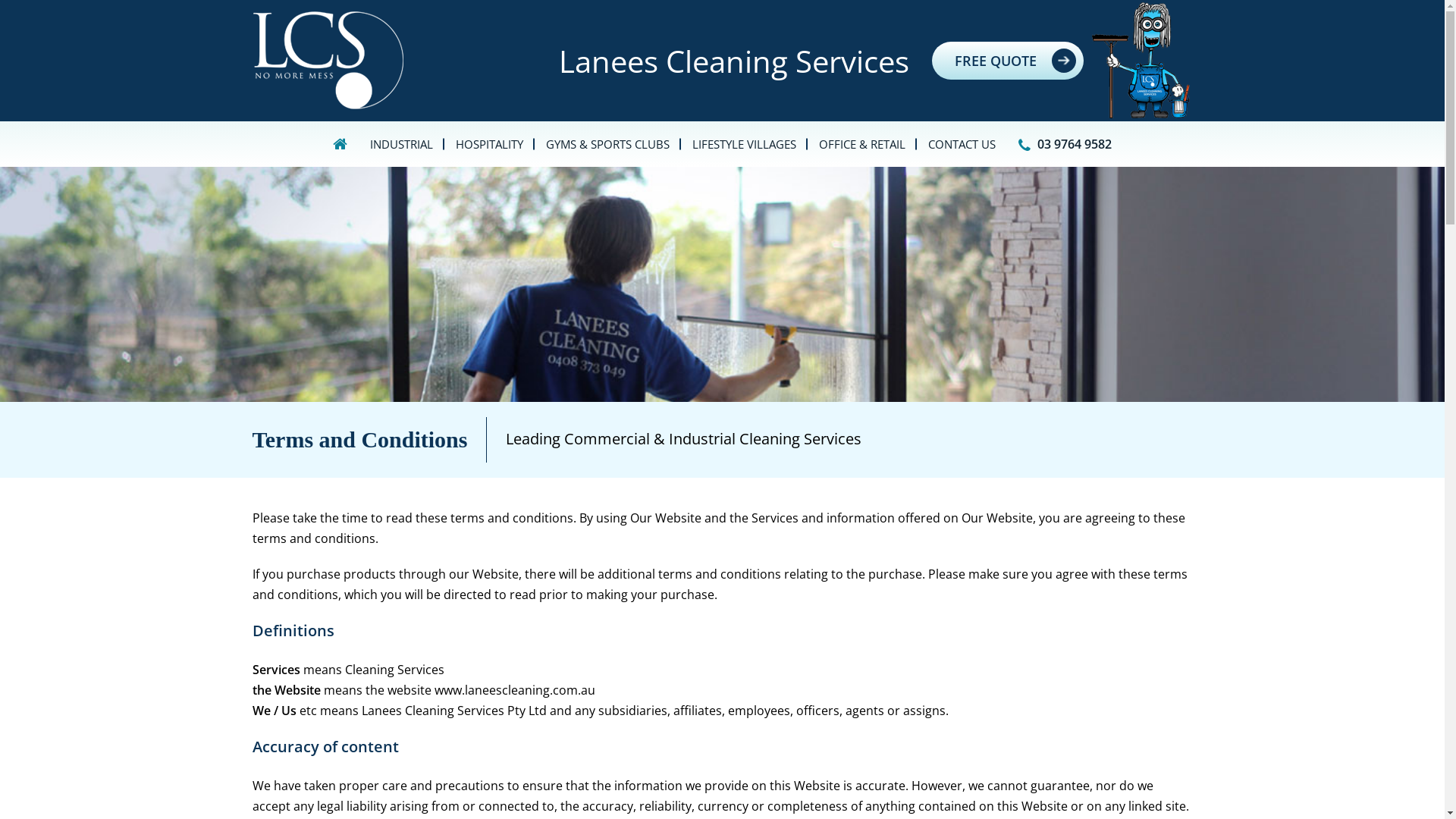 The height and width of the screenshot is (819, 1456). What do you see at coordinates (862, 143) in the screenshot?
I see `'OFFICE & RETAIL'` at bounding box center [862, 143].